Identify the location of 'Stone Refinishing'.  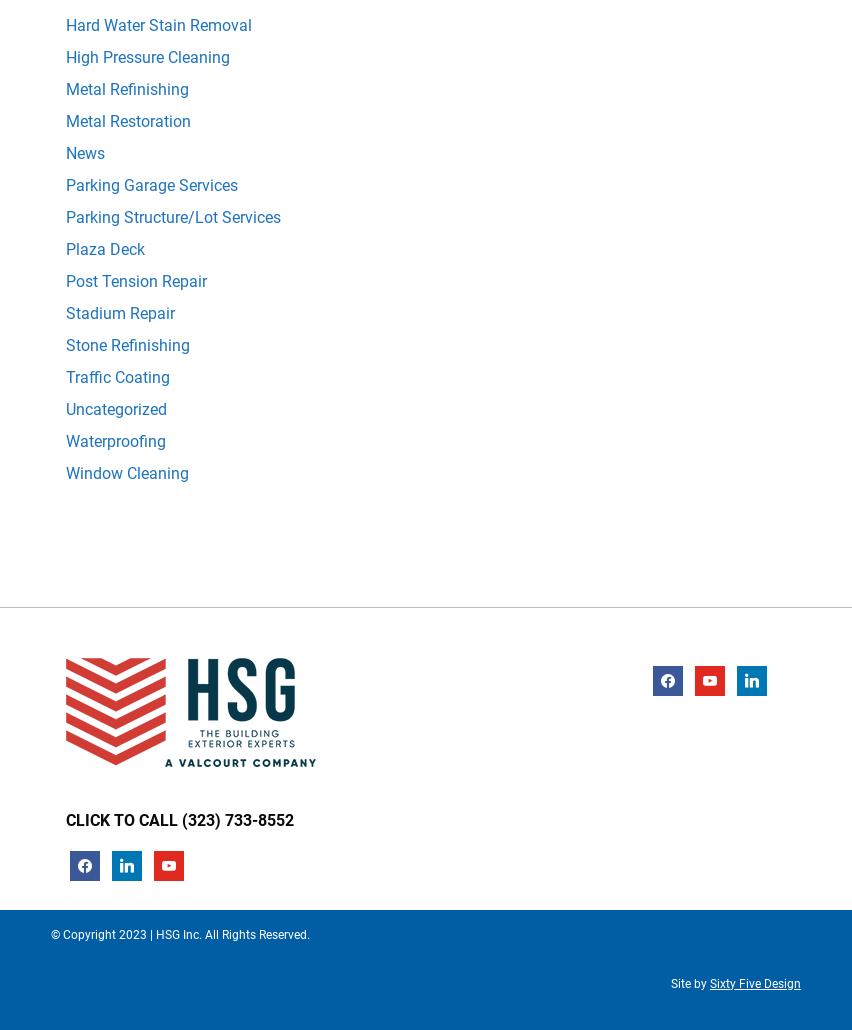
(127, 344).